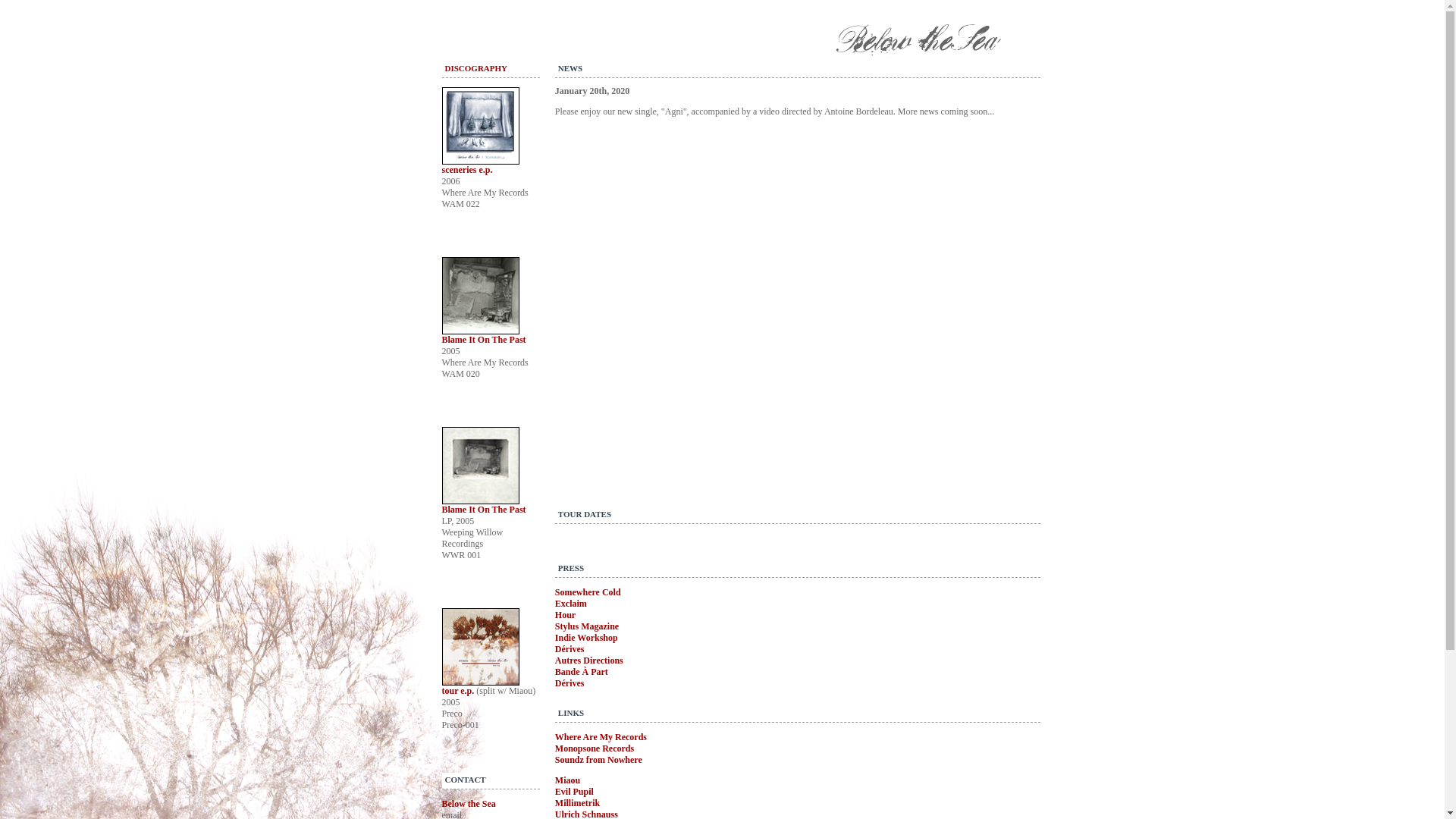  What do you see at coordinates (466, 169) in the screenshot?
I see `'sceneries e.p.'` at bounding box center [466, 169].